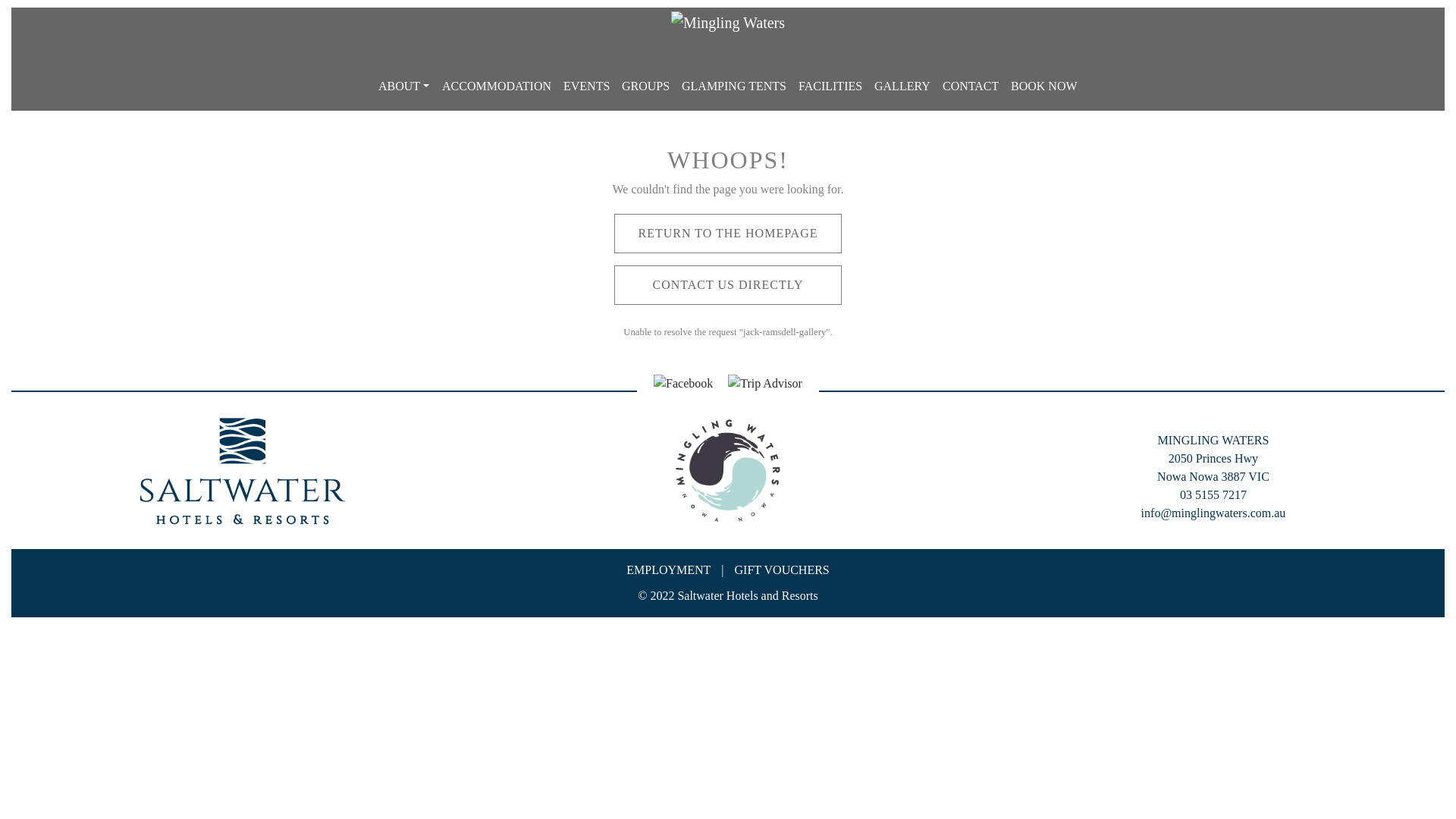 The image size is (1456, 819). I want to click on 'CONTACT US DIRECTLY', so click(728, 284).